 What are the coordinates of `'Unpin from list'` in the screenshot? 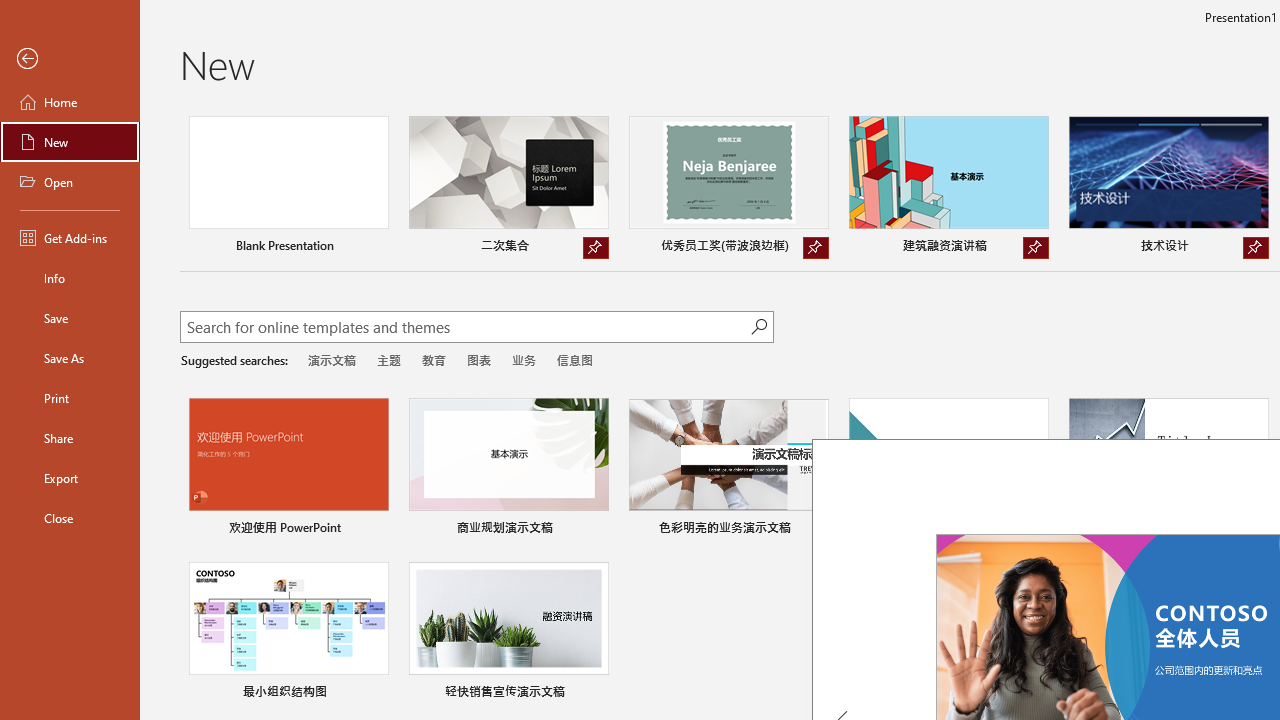 It's located at (1254, 247).